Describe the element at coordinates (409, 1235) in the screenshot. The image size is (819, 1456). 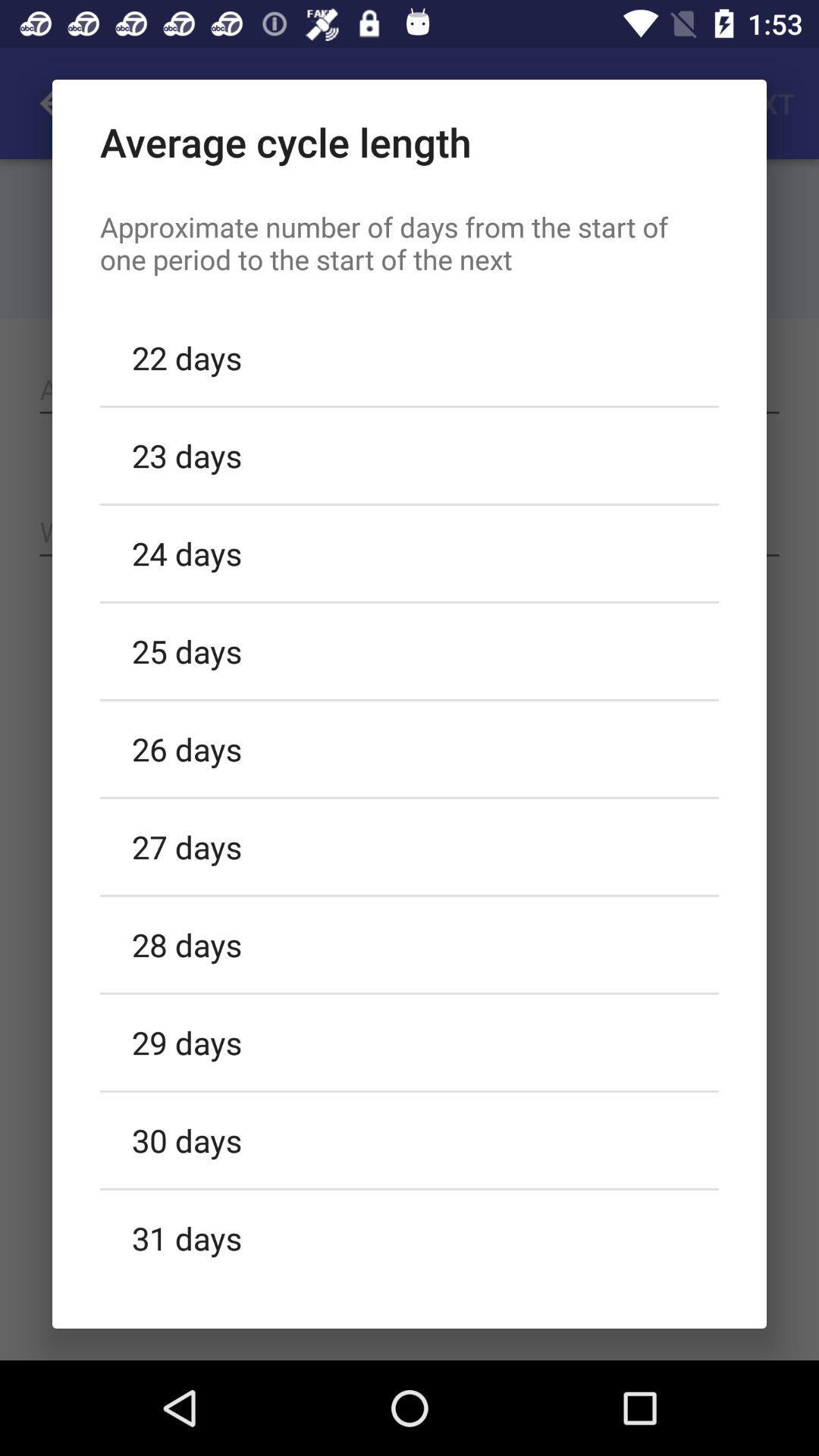
I see `item below the 30 days icon` at that location.